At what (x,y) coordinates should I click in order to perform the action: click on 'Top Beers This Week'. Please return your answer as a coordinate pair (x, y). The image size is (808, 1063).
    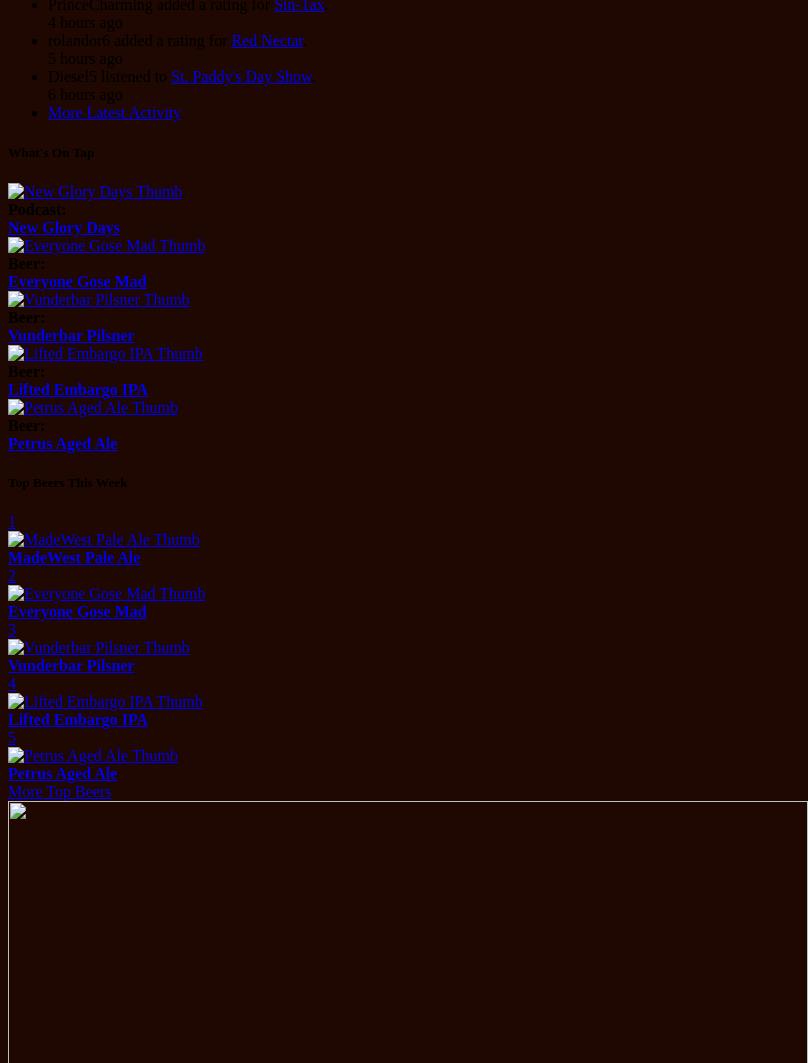
    Looking at the image, I should click on (67, 481).